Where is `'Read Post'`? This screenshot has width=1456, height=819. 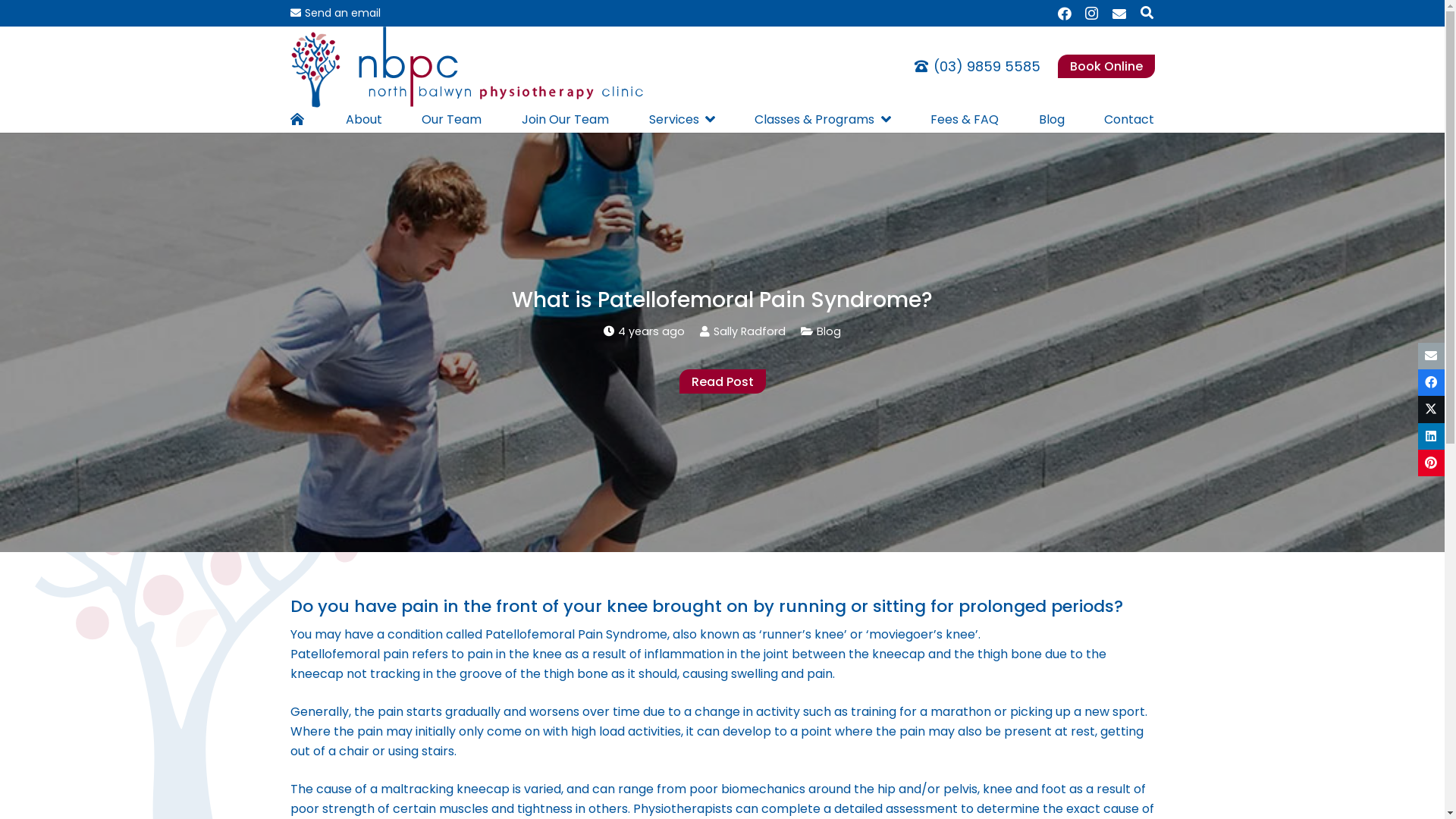
'Read Post' is located at coordinates (722, 380).